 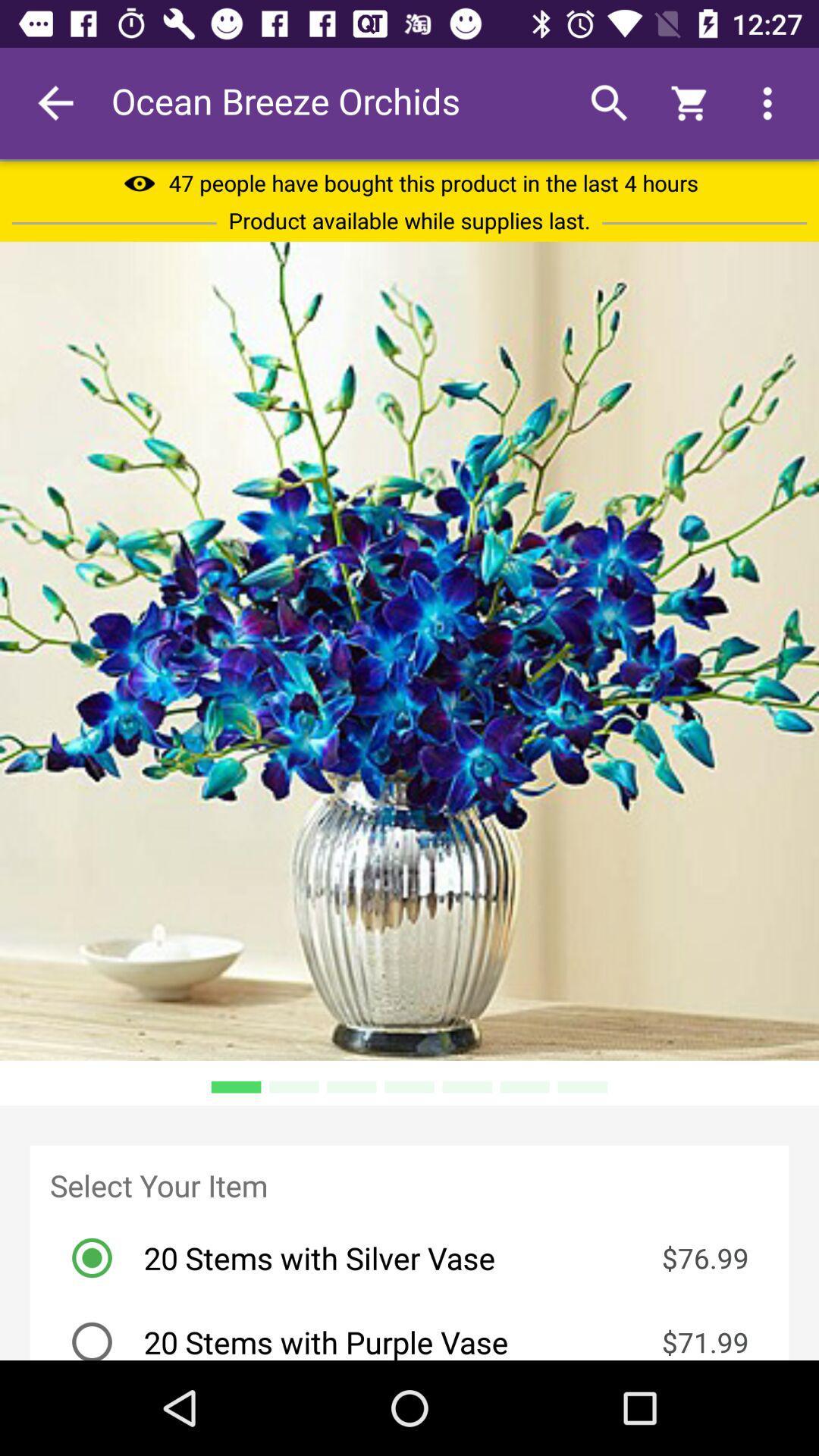 I want to click on the item below product available while, so click(x=409, y=651).